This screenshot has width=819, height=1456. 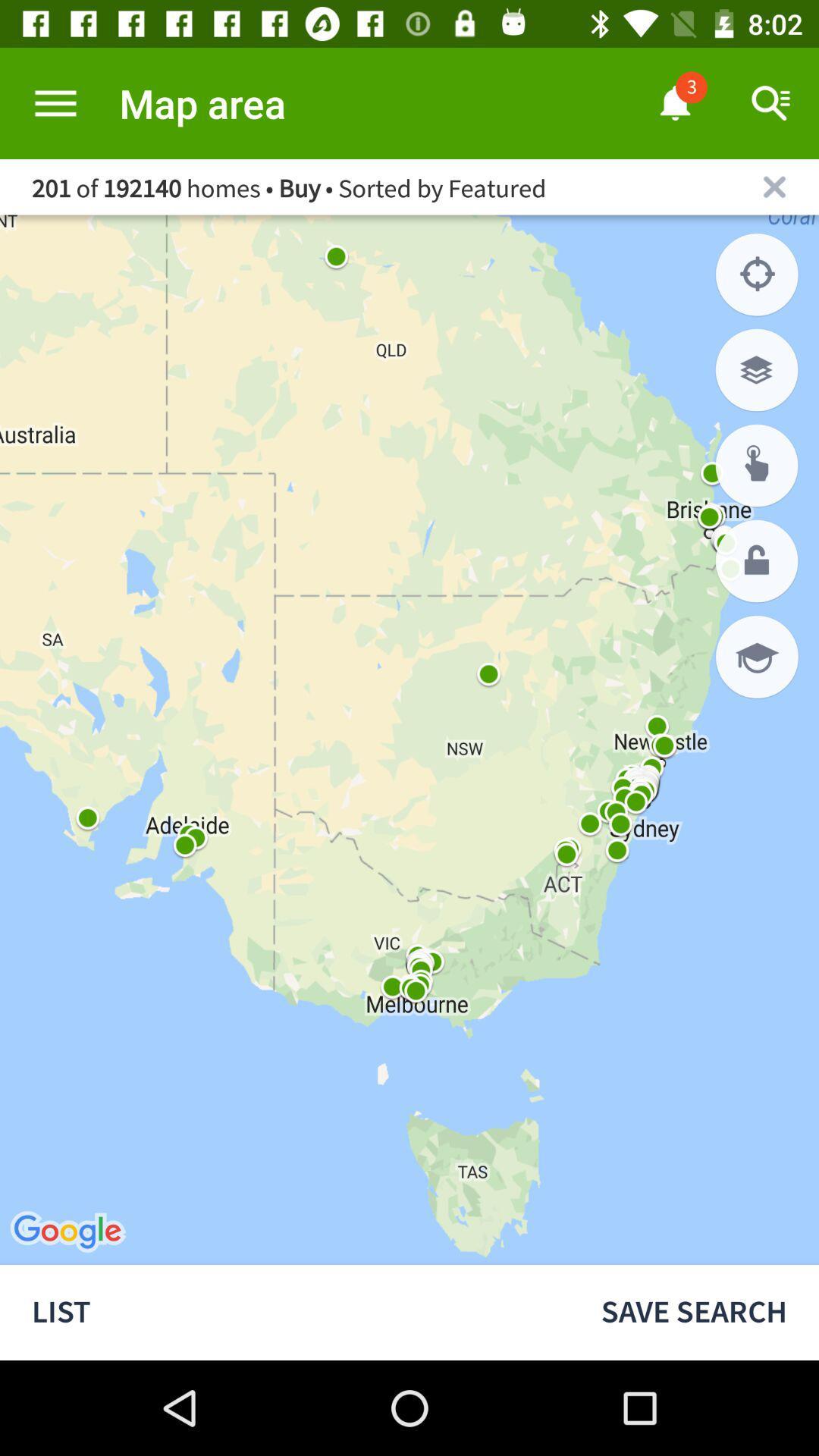 What do you see at coordinates (284, 1312) in the screenshot?
I see `icon to the left of save search icon` at bounding box center [284, 1312].